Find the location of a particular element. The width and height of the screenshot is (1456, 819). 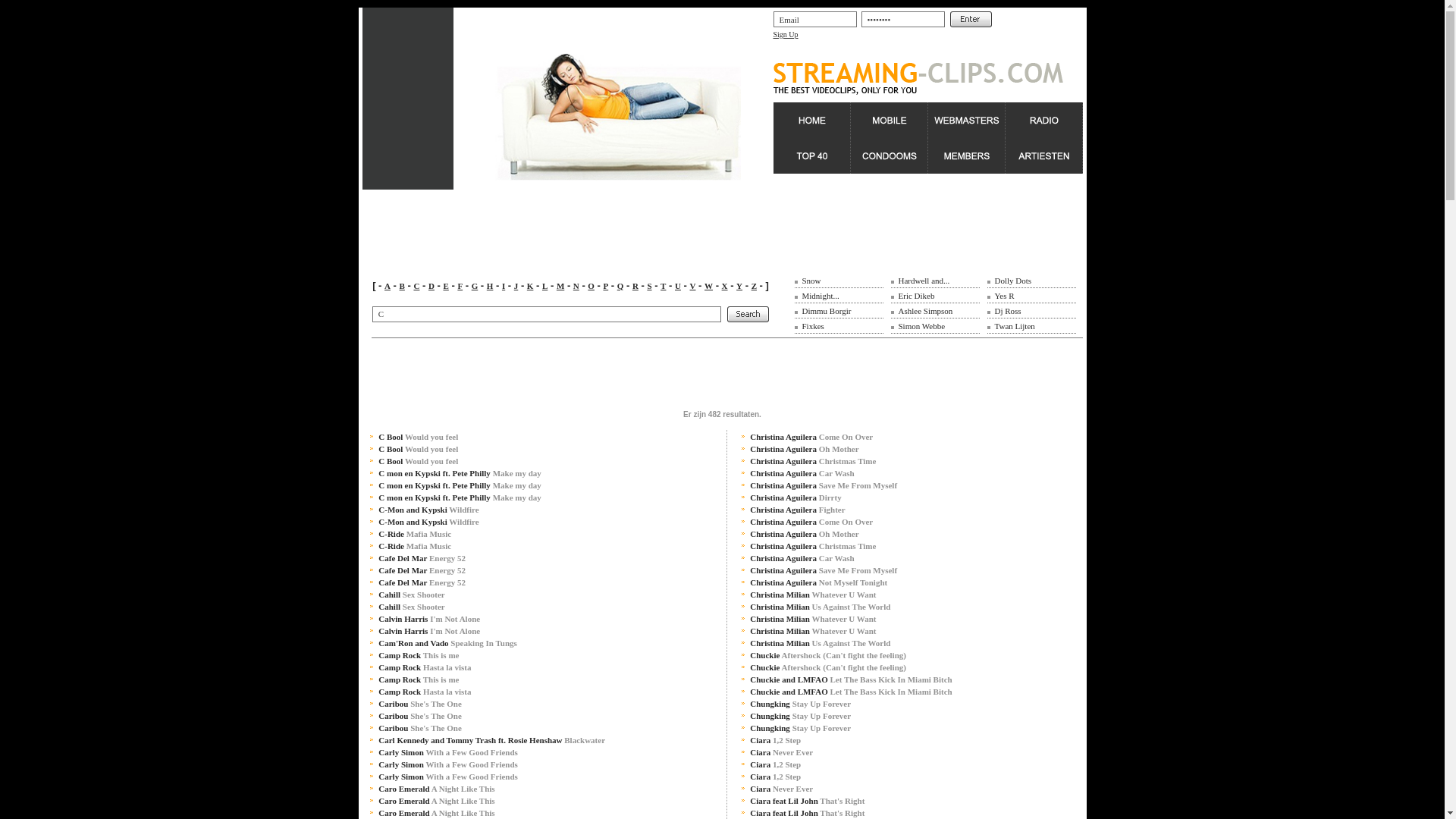

'H' is located at coordinates (490, 286).